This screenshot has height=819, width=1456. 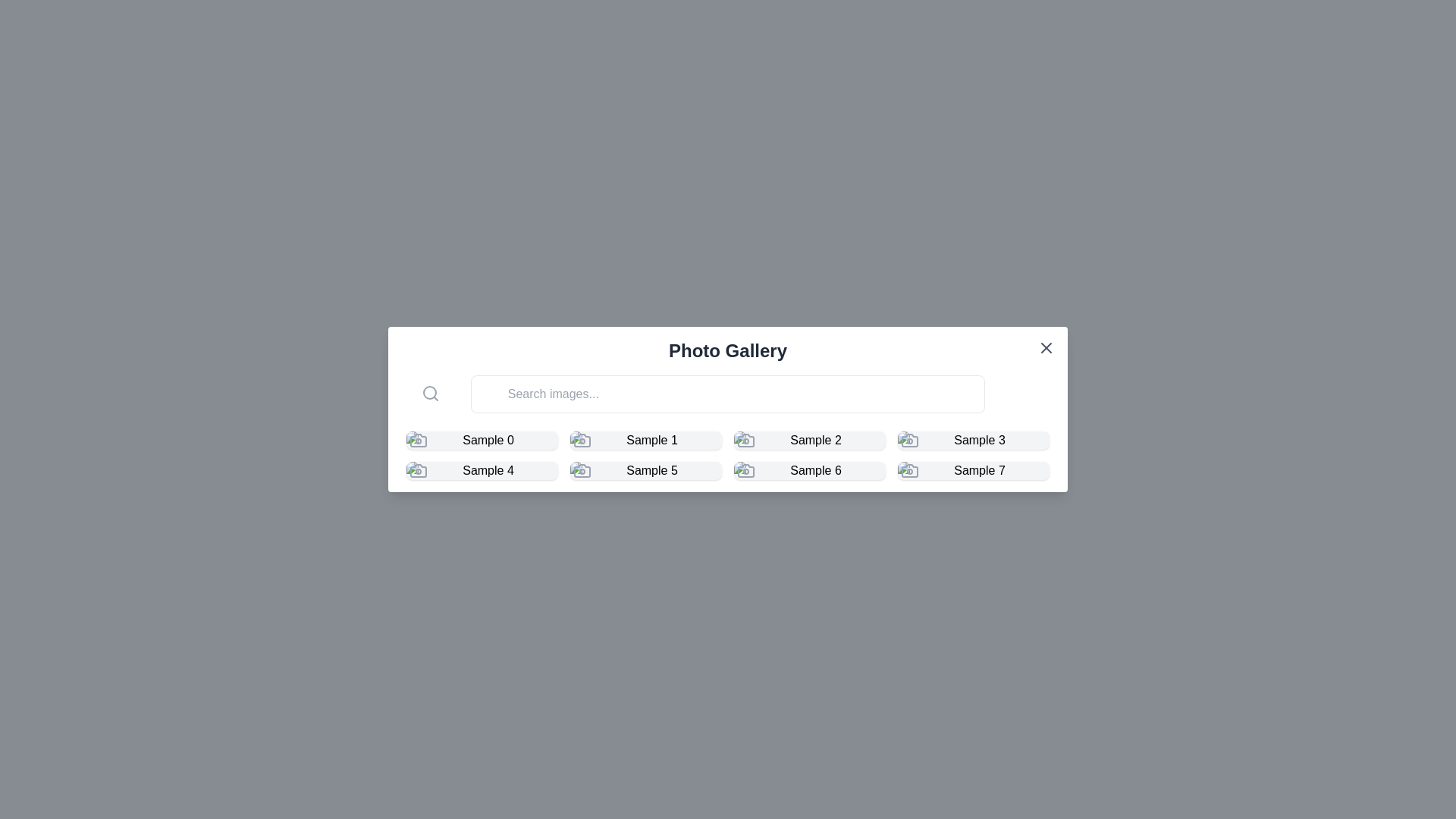 I want to click on the fourth Image card or photo tile in the grid, which has a light gray background and displays 'Sample 3' next to a photo icon, so click(x=973, y=441).